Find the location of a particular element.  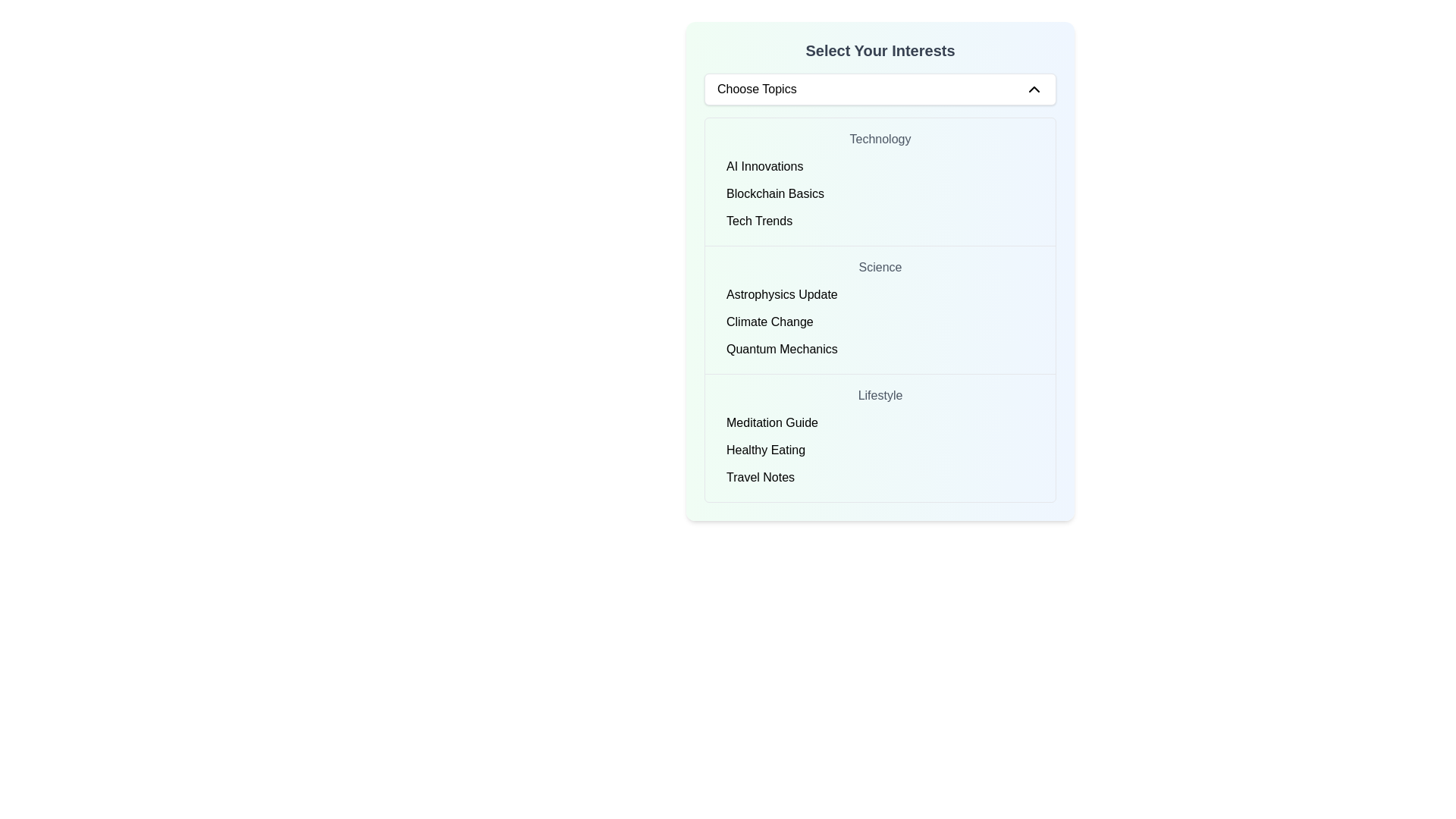

the selectable list item related to 'Climate Change' located in the 'Science' category, positioned between 'Astrophysics Update' and 'Quantum Mechanics' is located at coordinates (880, 321).